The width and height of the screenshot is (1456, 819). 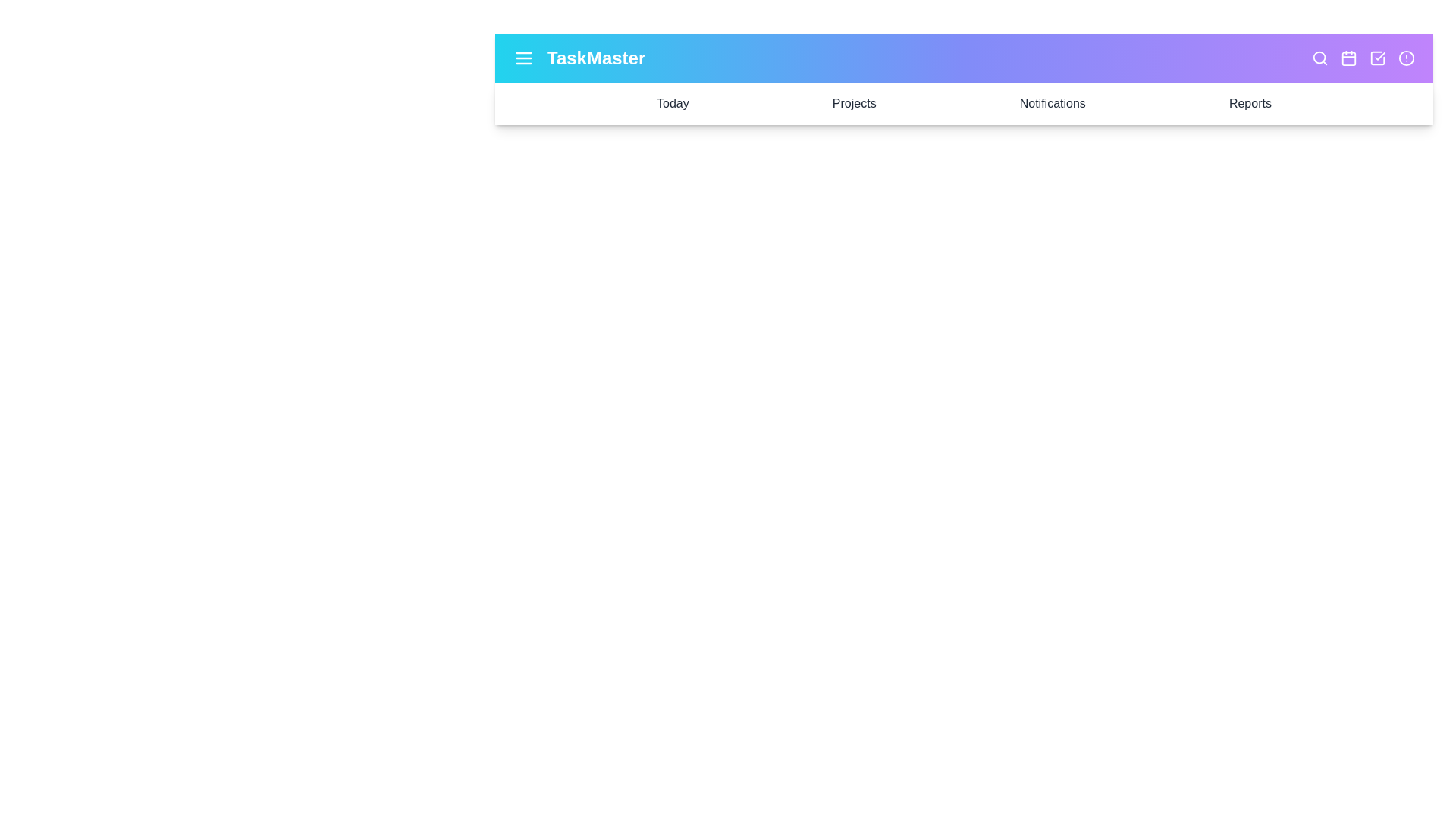 I want to click on the menu icon to toggle the side menu visibility, so click(x=524, y=58).